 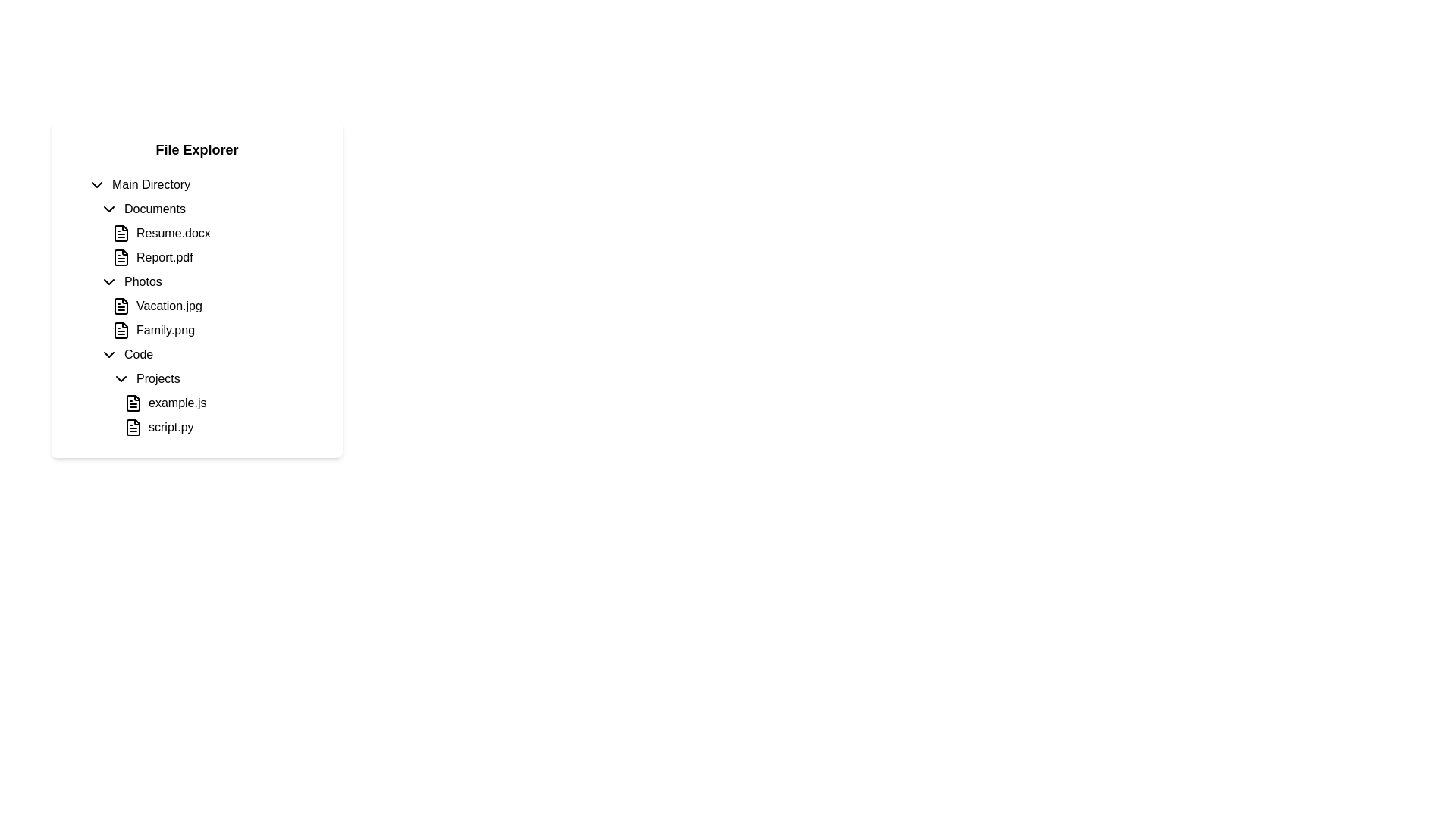 I want to click on the 'Photos' text label, which is the third item in the vertical list under 'Documents', so click(x=143, y=281).